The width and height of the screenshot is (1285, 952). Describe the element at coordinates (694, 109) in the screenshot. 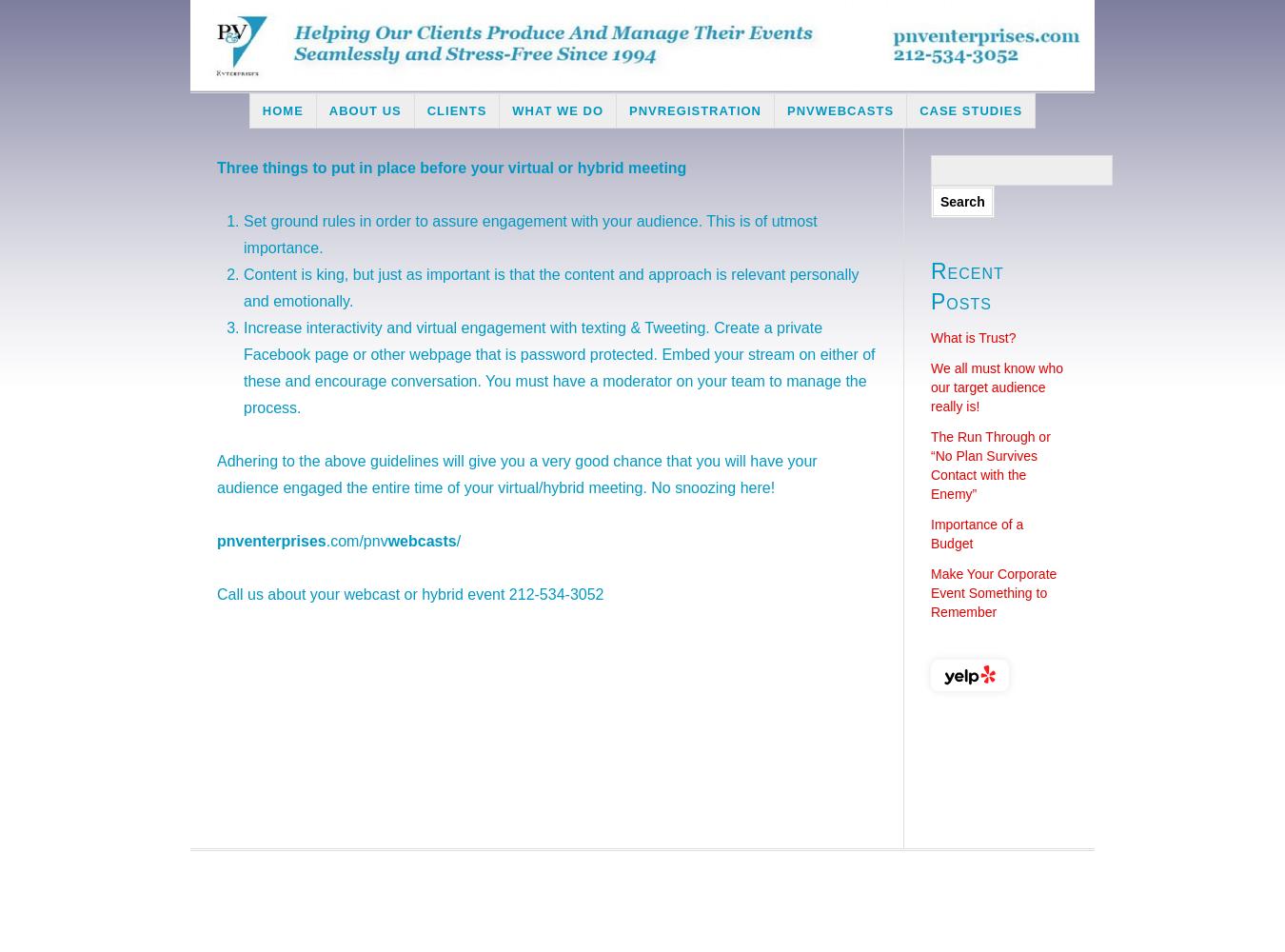

I see `'PNVRegistration'` at that location.